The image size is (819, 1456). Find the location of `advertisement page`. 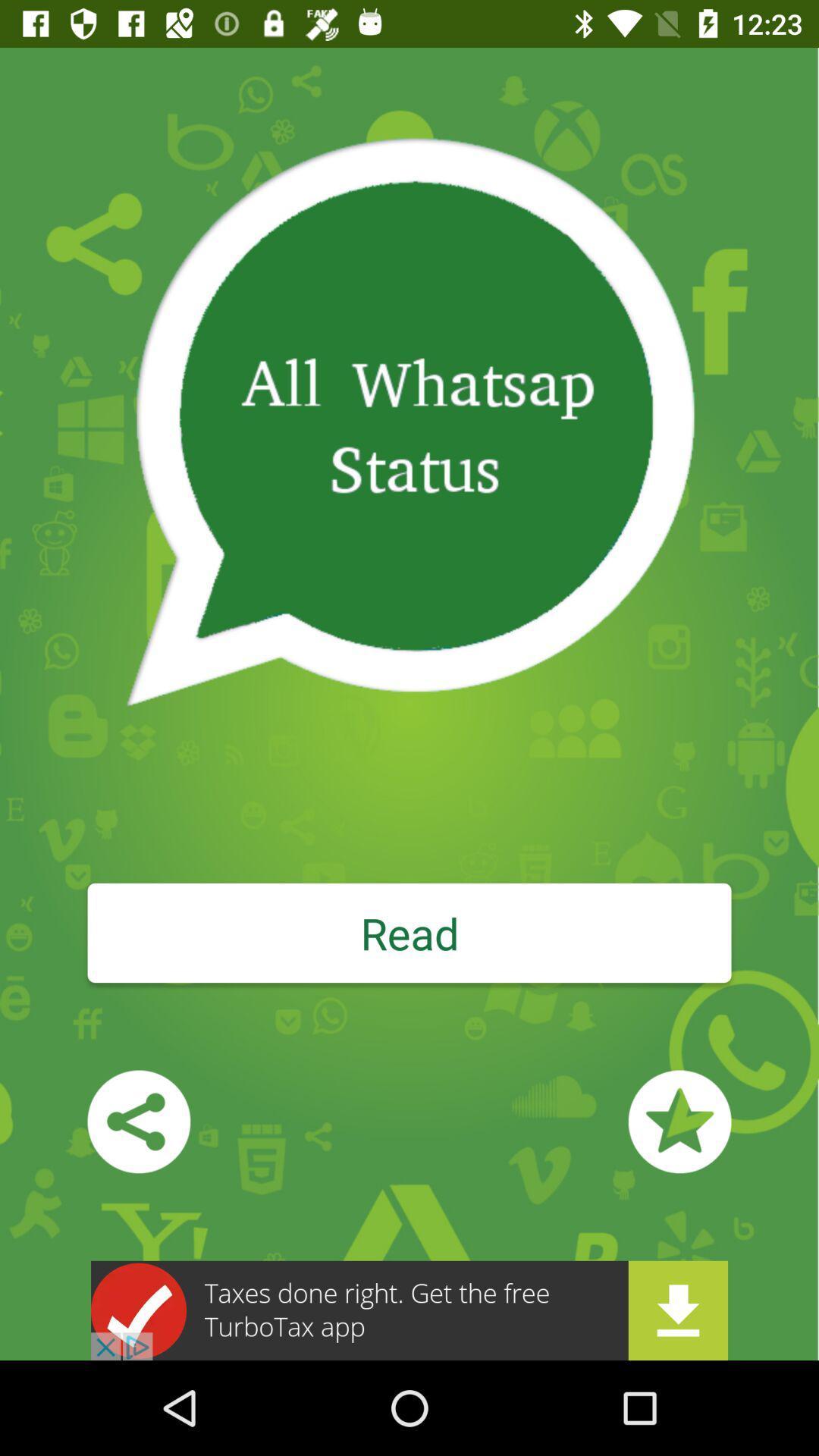

advertisement page is located at coordinates (409, 1310).